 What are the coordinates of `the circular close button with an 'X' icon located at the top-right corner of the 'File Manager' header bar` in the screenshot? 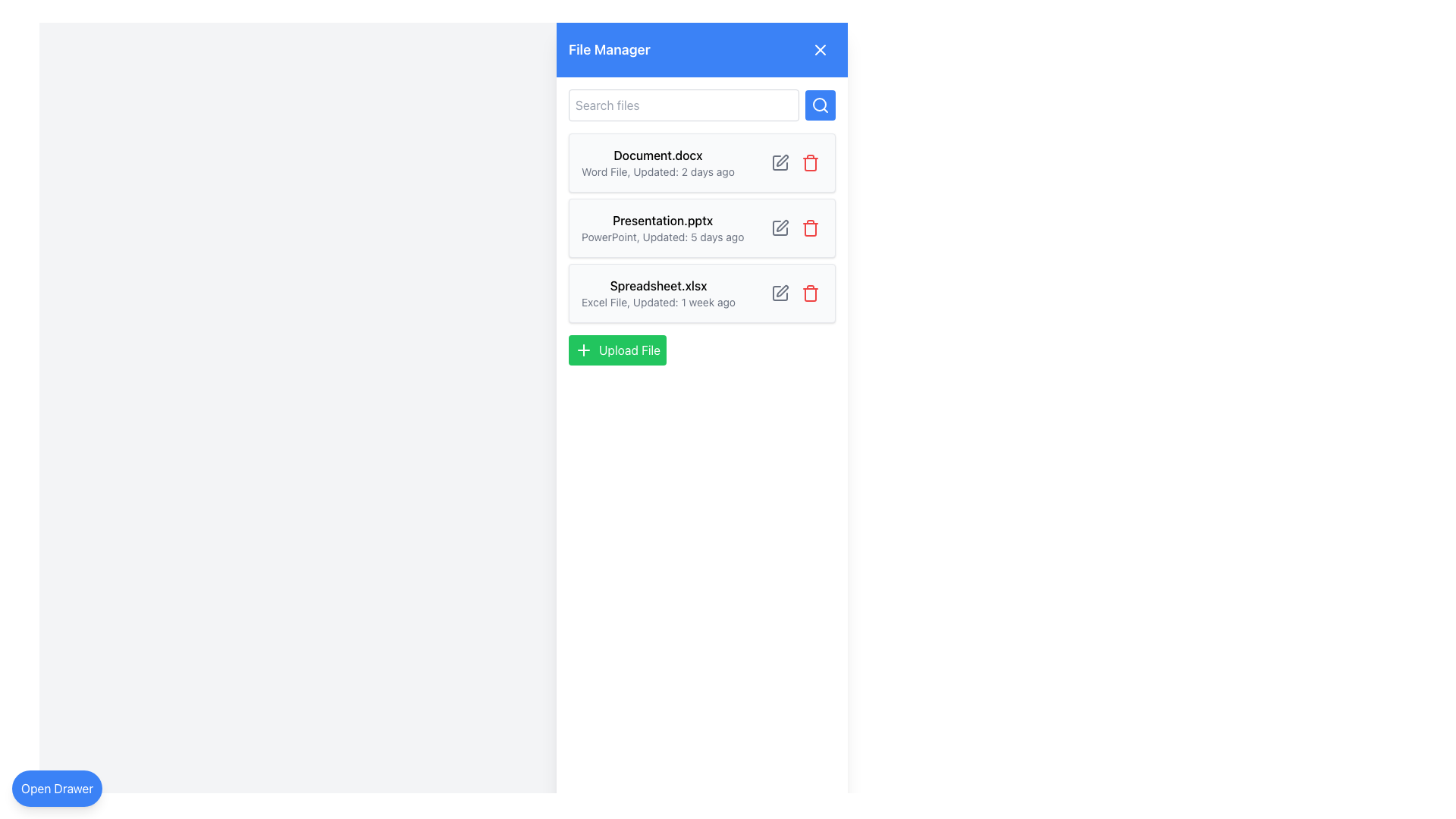 It's located at (819, 49).